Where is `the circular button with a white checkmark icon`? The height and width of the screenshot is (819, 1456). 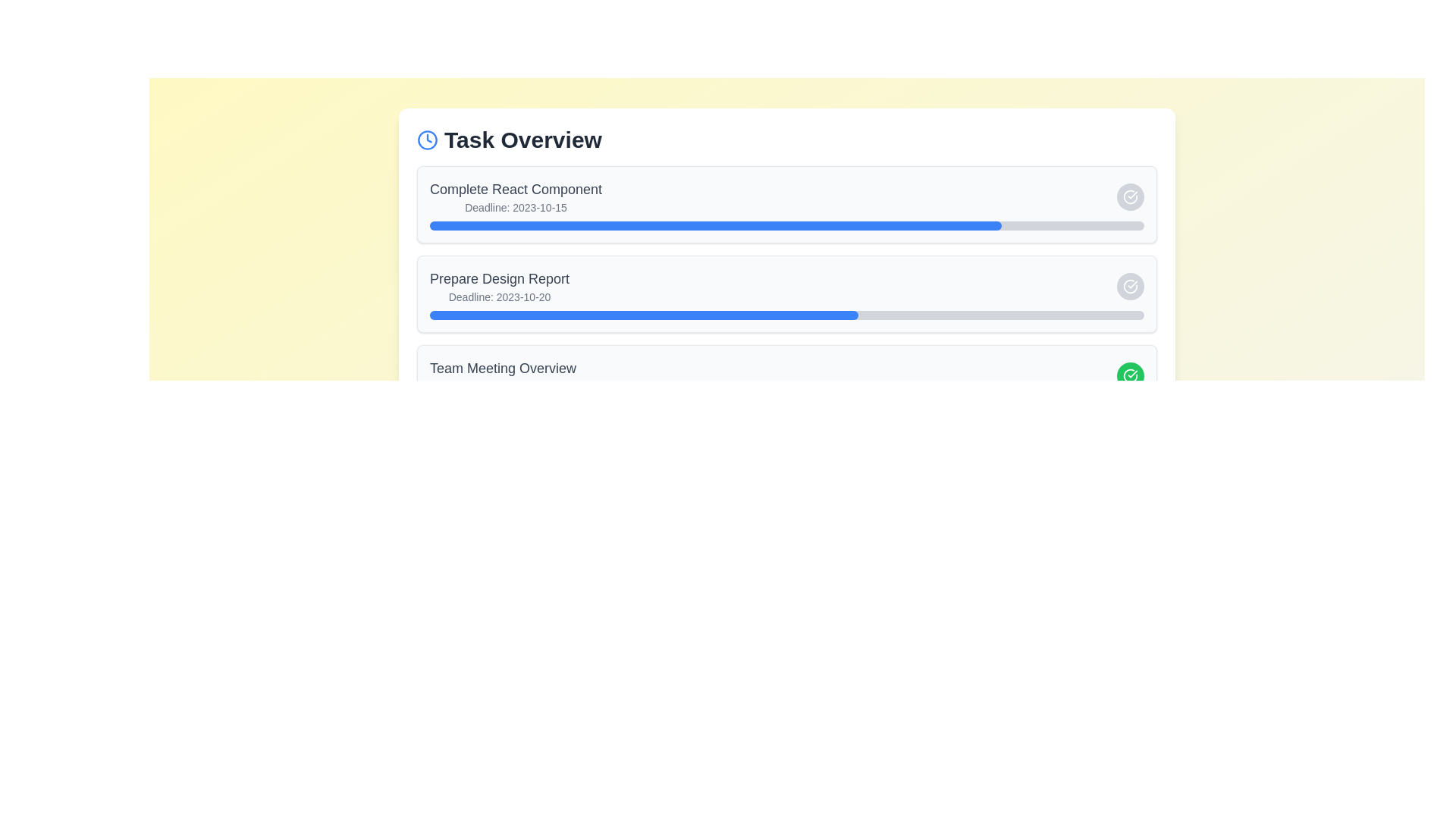 the circular button with a white checkmark icon is located at coordinates (1131, 196).